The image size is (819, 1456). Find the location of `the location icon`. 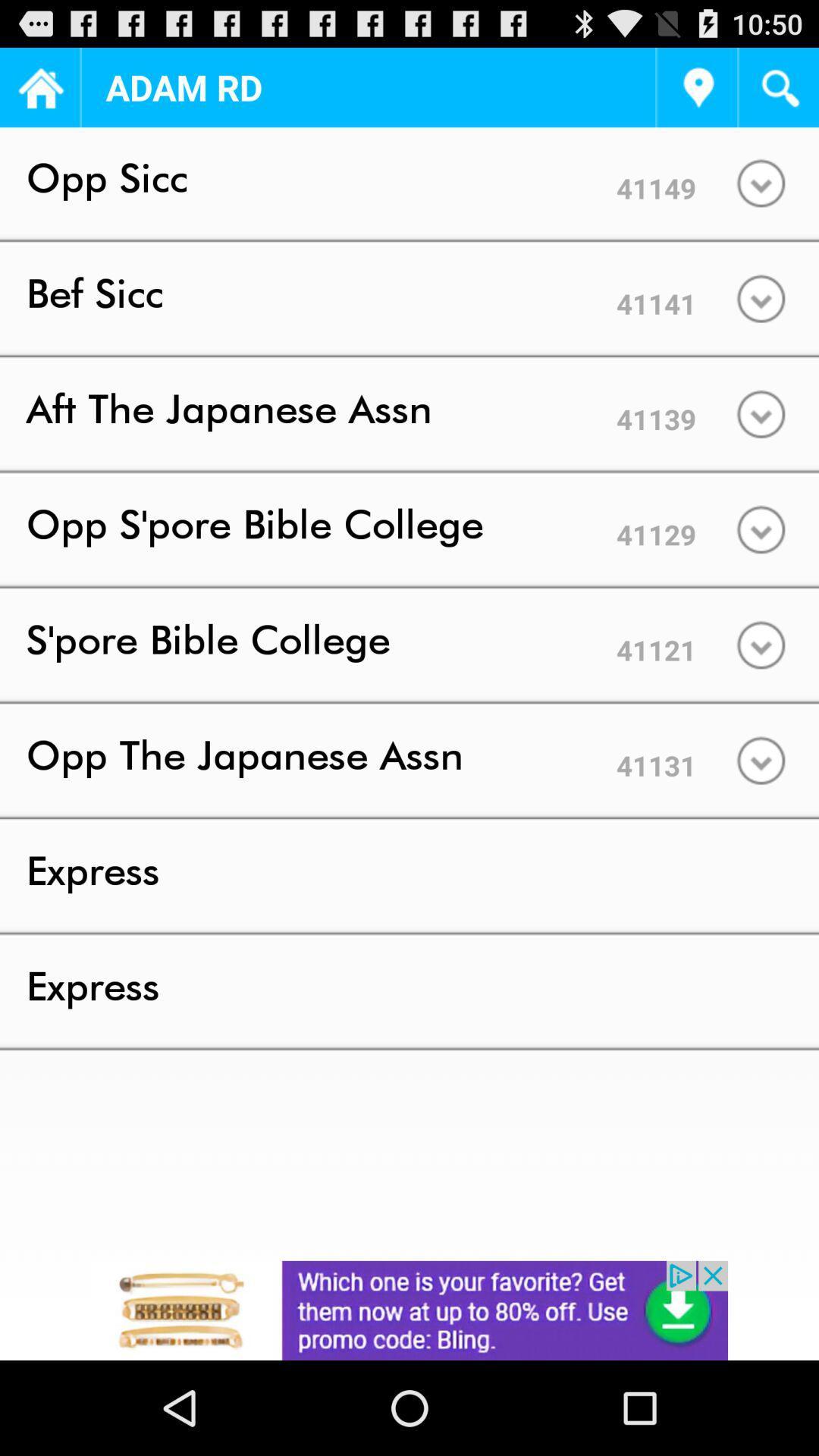

the location icon is located at coordinates (697, 93).